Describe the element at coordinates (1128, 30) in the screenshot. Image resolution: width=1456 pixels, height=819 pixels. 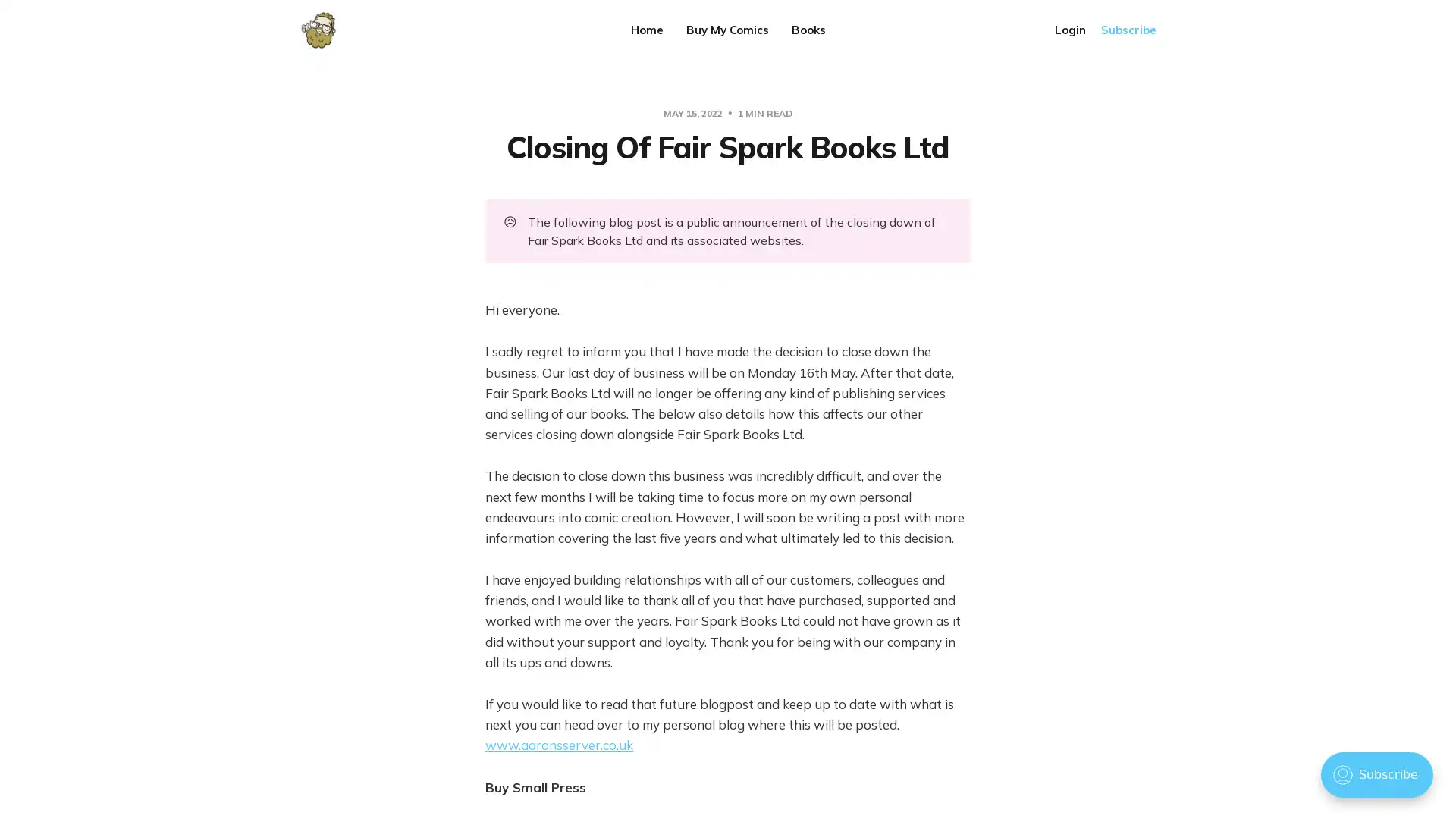
I see `Subscribe` at that location.